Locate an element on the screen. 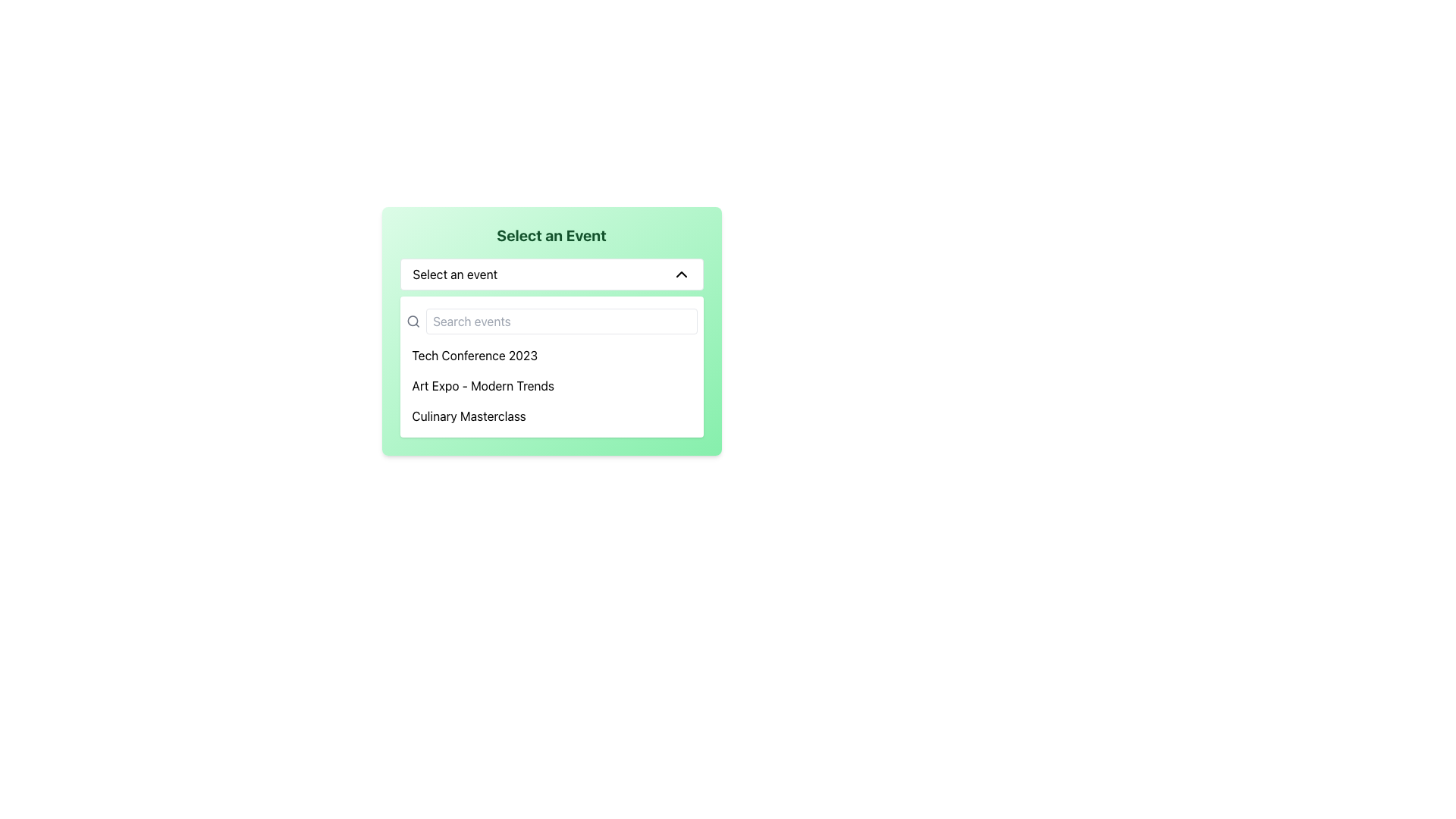  the second item in the dropdown list, which represents an event selection for 'What this Text item' that follows 'Tech Conference 2023' and precedes 'Culinary Masterclass' is located at coordinates (482, 385).